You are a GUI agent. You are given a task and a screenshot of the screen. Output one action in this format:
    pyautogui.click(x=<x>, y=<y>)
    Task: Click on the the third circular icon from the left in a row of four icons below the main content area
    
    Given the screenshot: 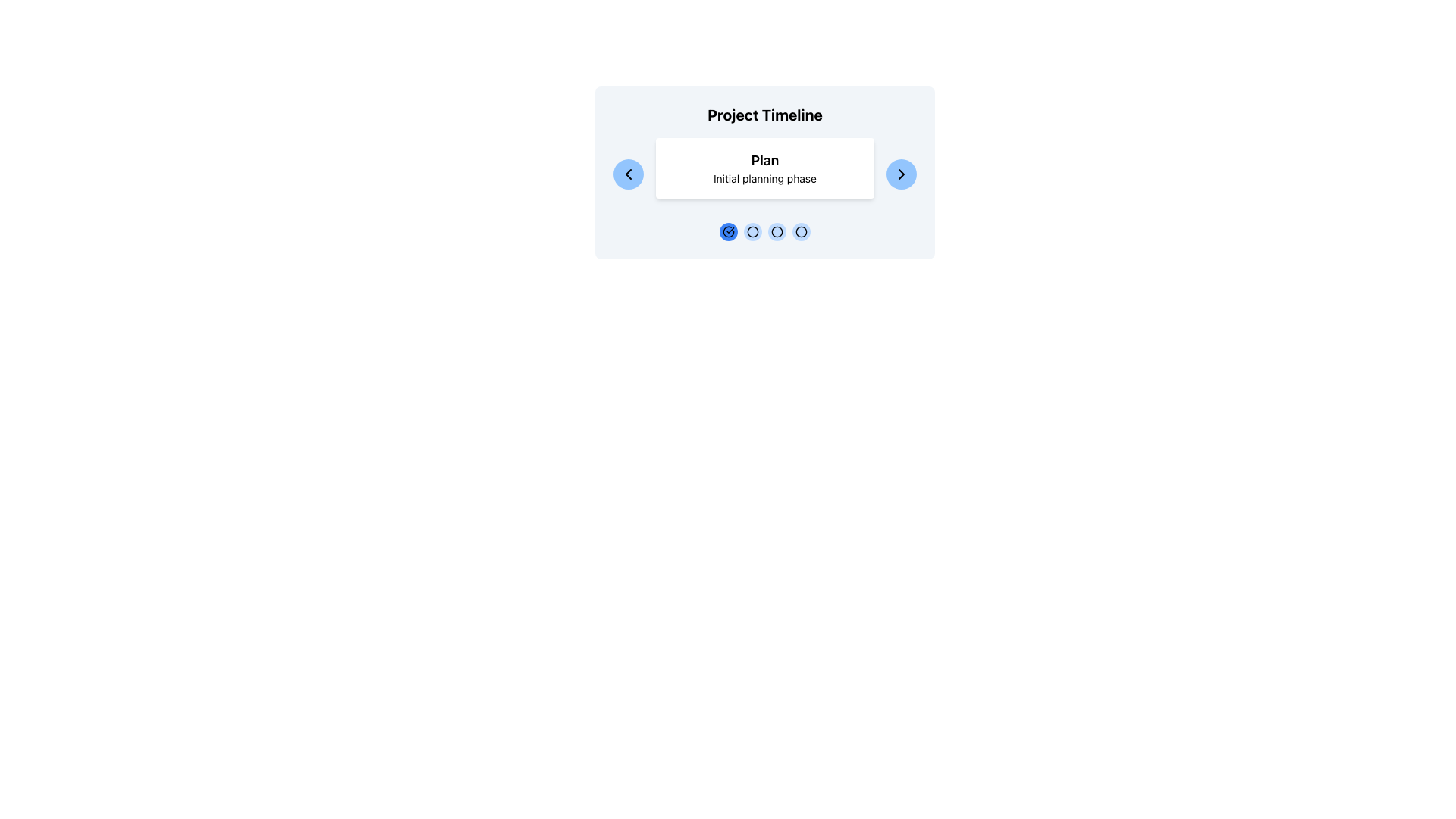 What is the action you would take?
    pyautogui.click(x=777, y=231)
    